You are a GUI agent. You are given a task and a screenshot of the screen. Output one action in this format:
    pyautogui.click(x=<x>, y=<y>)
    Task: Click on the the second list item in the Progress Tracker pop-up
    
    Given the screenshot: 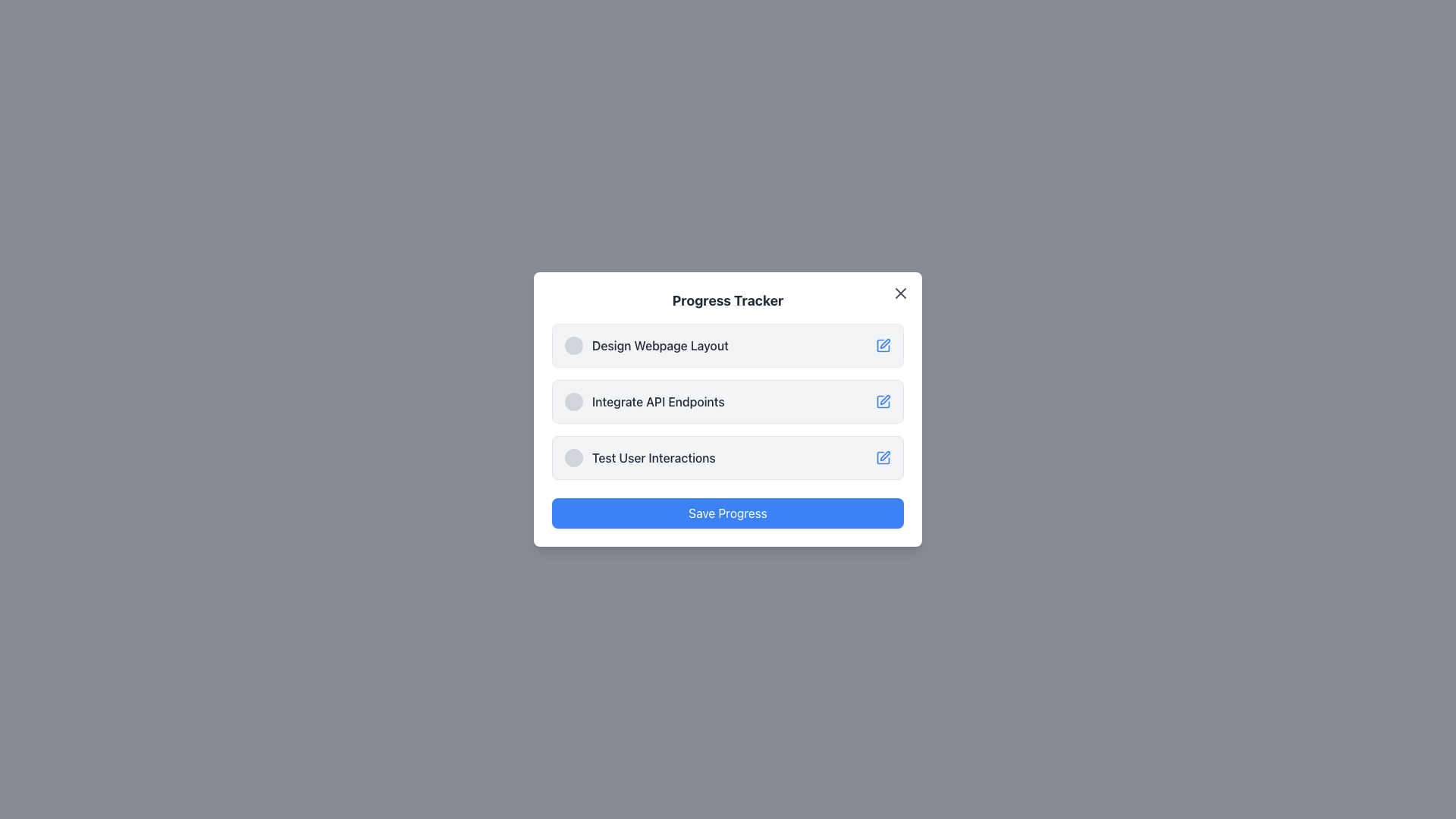 What is the action you would take?
    pyautogui.click(x=645, y=400)
    